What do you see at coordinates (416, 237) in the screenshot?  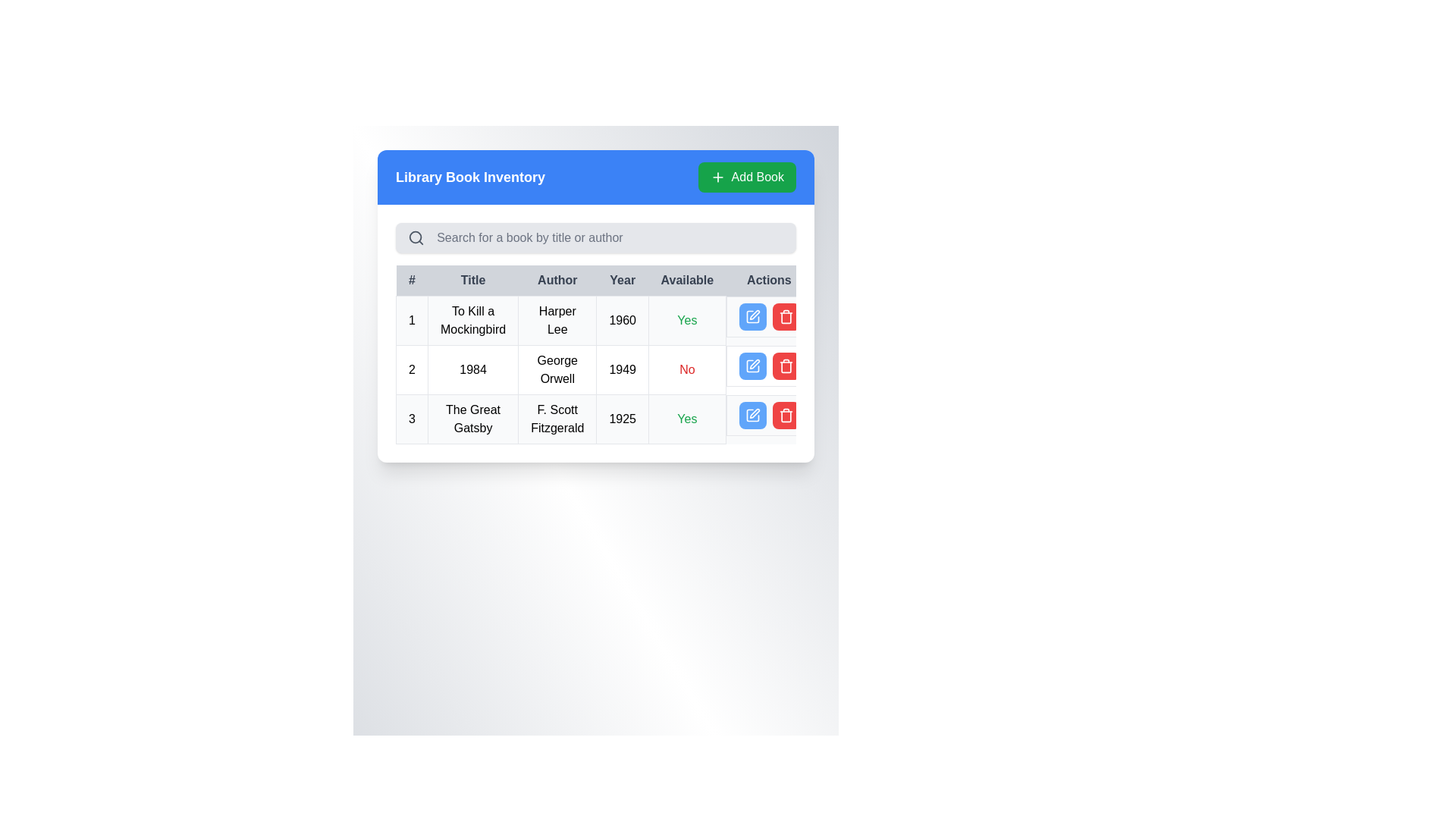 I see `the magnifying glass icon located at the leftmost side of the search bar, which represents search functionality` at bounding box center [416, 237].